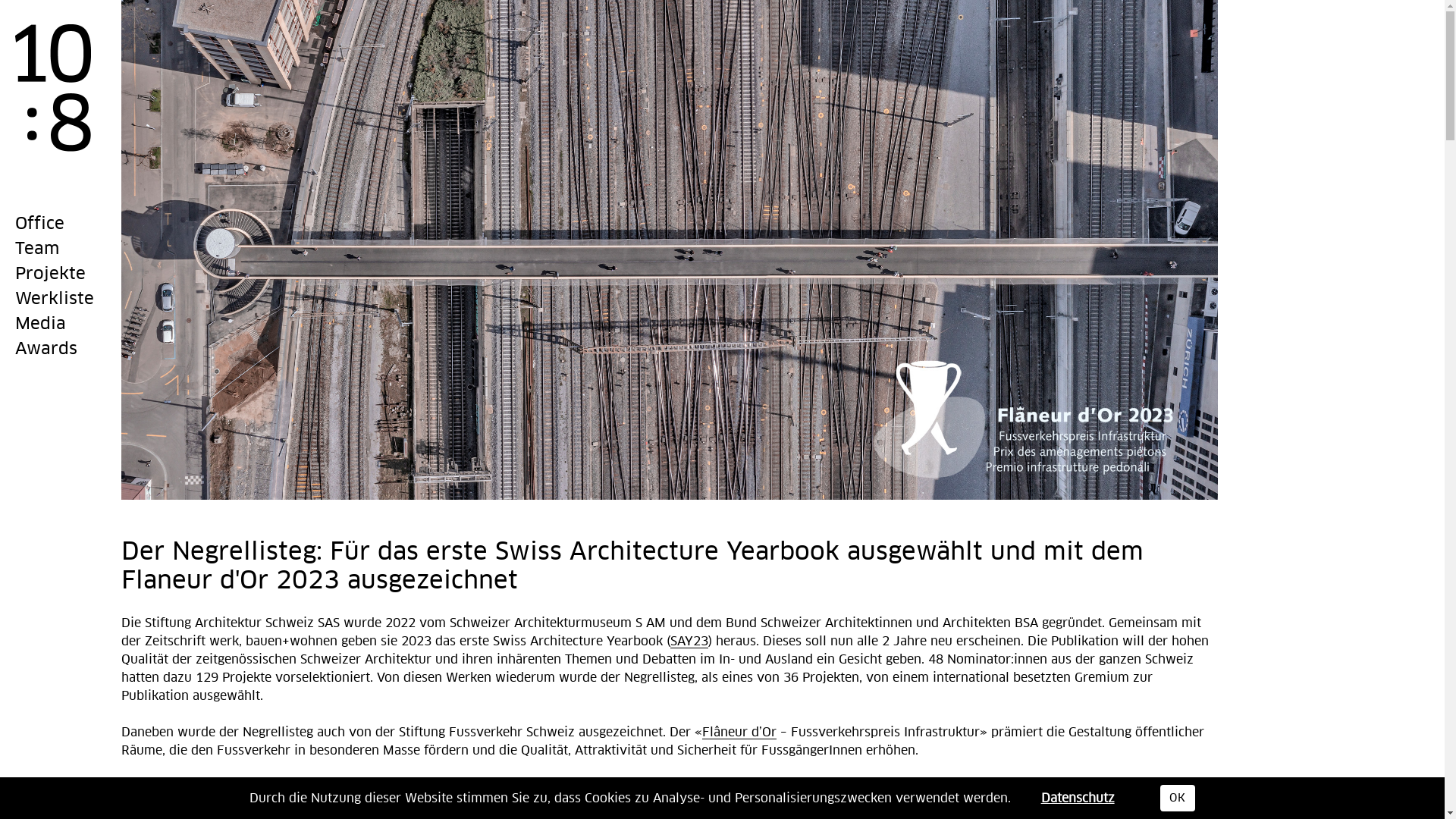 The width and height of the screenshot is (1456, 819). What do you see at coordinates (39, 224) in the screenshot?
I see `'Office'` at bounding box center [39, 224].